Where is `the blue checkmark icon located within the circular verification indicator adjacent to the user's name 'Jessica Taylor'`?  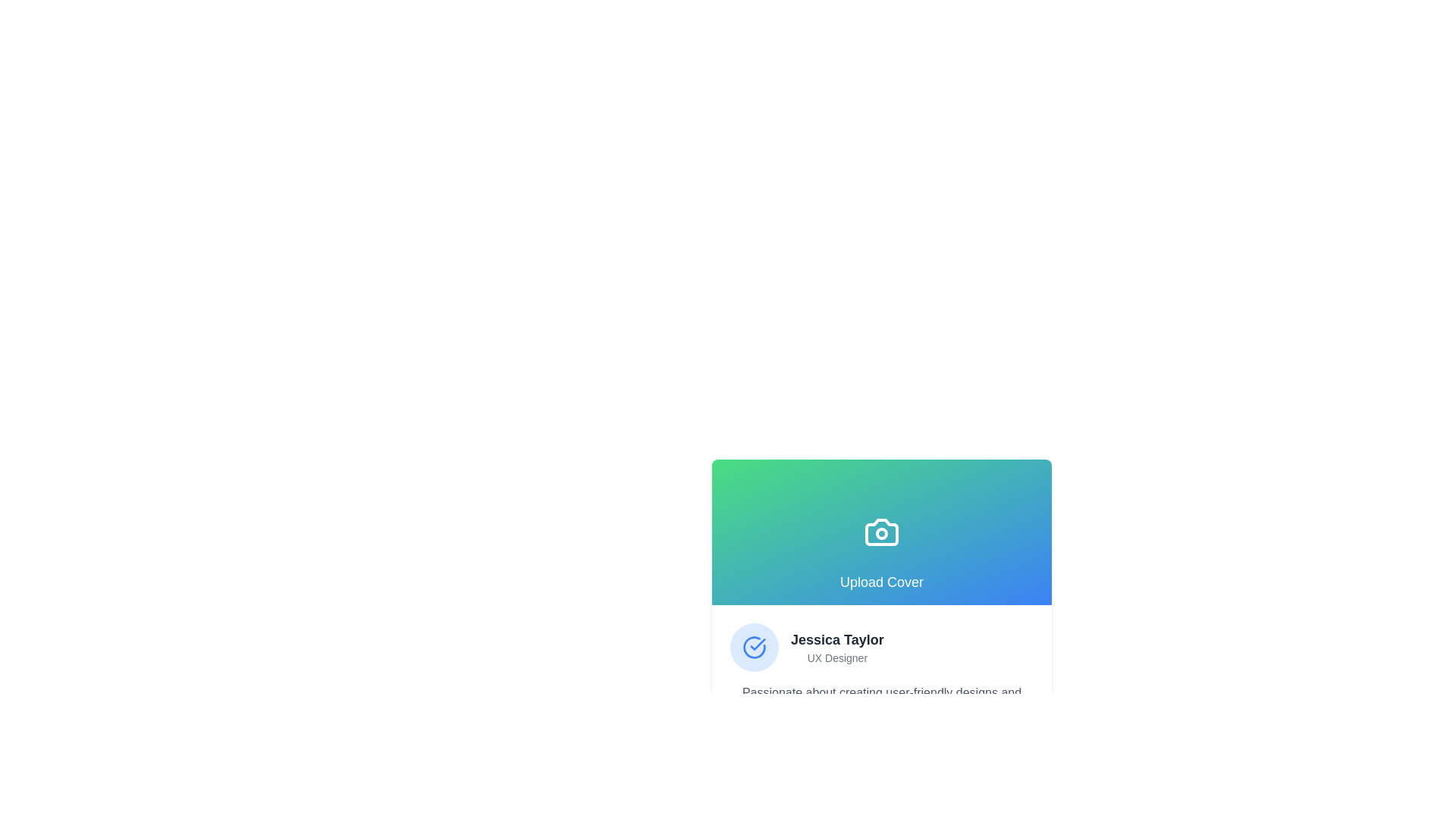 the blue checkmark icon located within the circular verification indicator adjacent to the user's name 'Jessica Taylor' is located at coordinates (758, 644).